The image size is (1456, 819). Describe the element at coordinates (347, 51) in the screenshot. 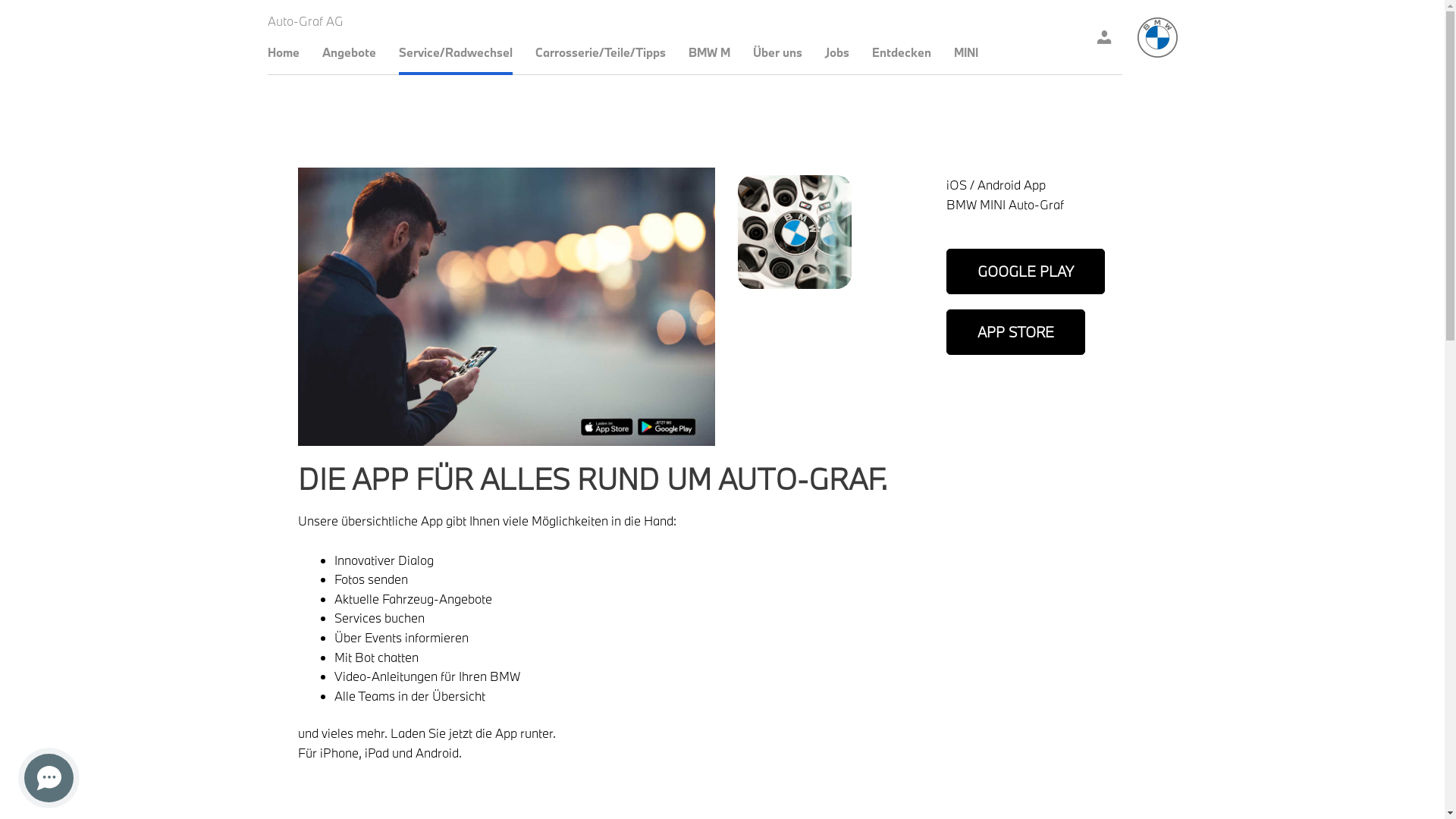

I see `'Angebote'` at that location.